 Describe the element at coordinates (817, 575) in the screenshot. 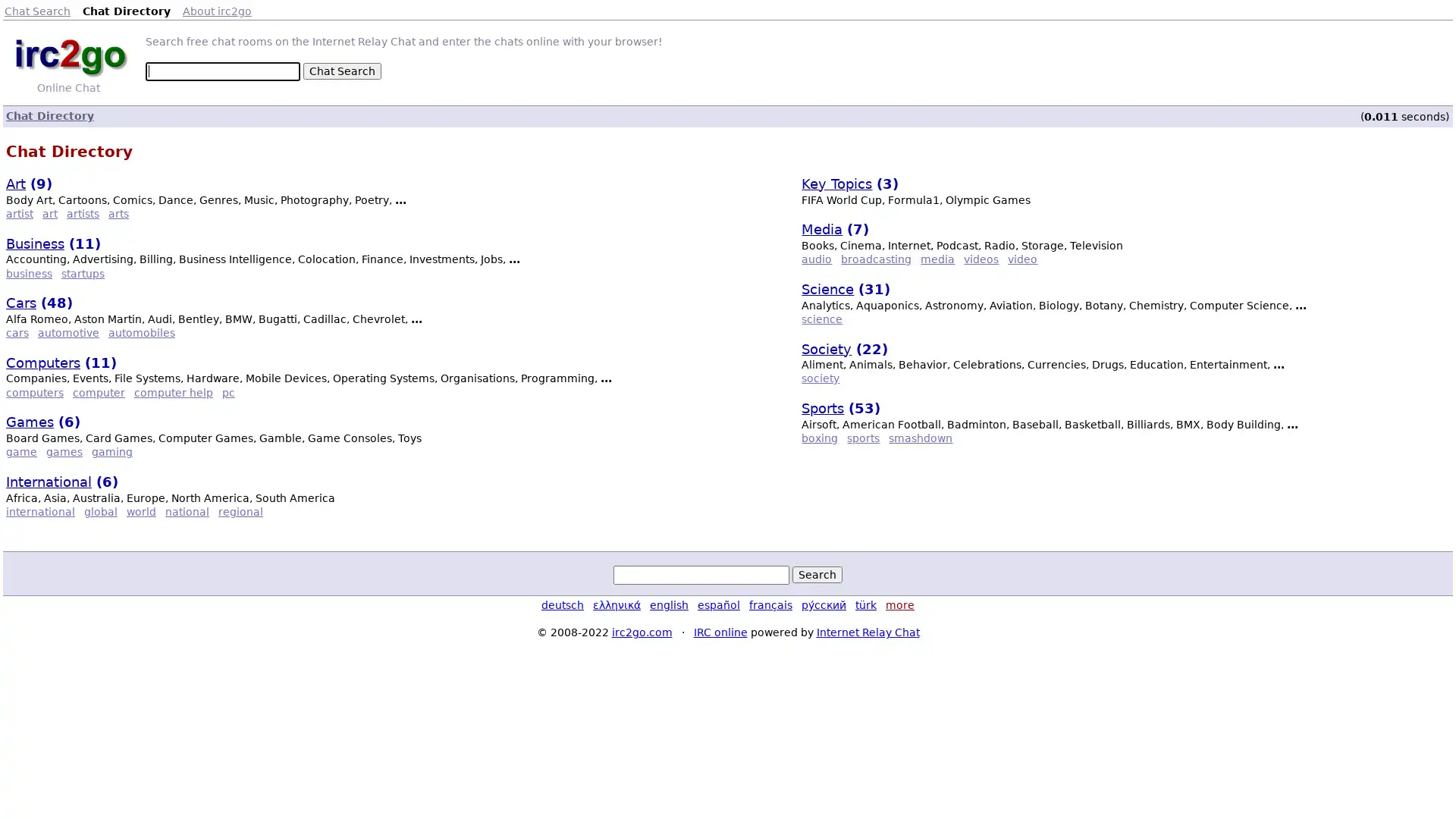

I see `Search` at that location.